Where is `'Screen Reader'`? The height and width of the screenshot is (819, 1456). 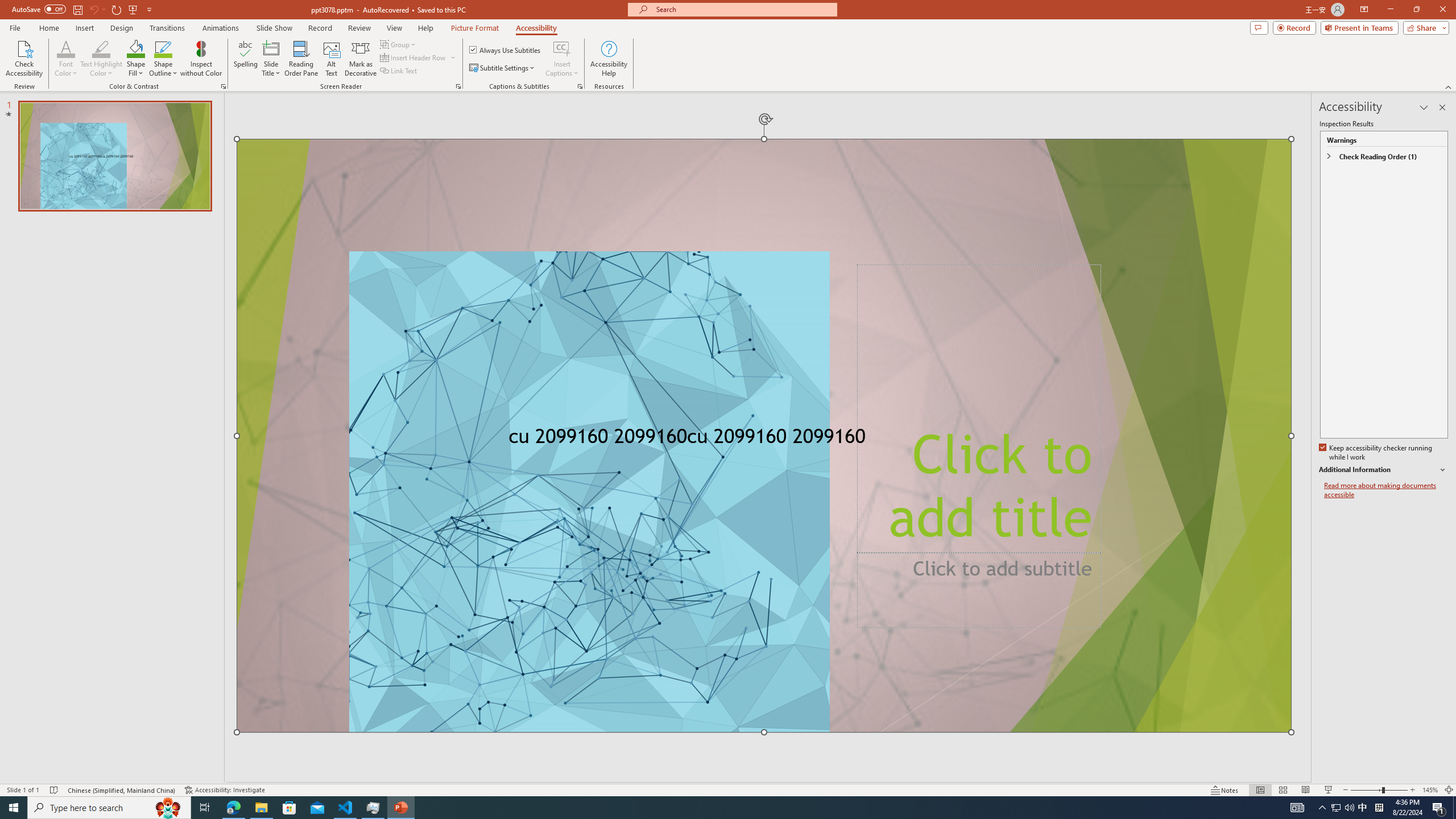 'Screen Reader' is located at coordinates (458, 85).